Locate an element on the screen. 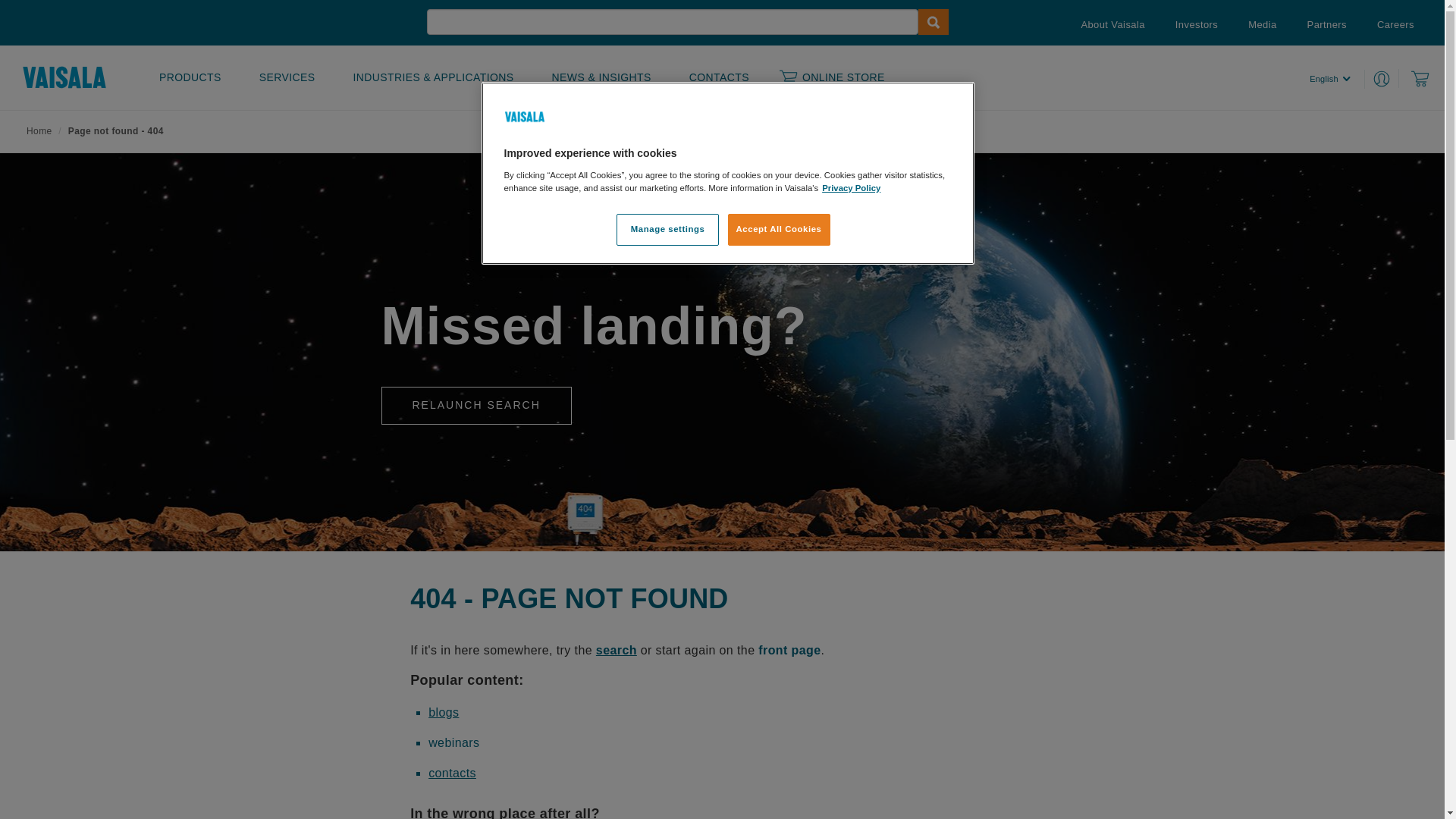 The width and height of the screenshot is (1456, 819). 'Accept All Cookies' is located at coordinates (779, 230).